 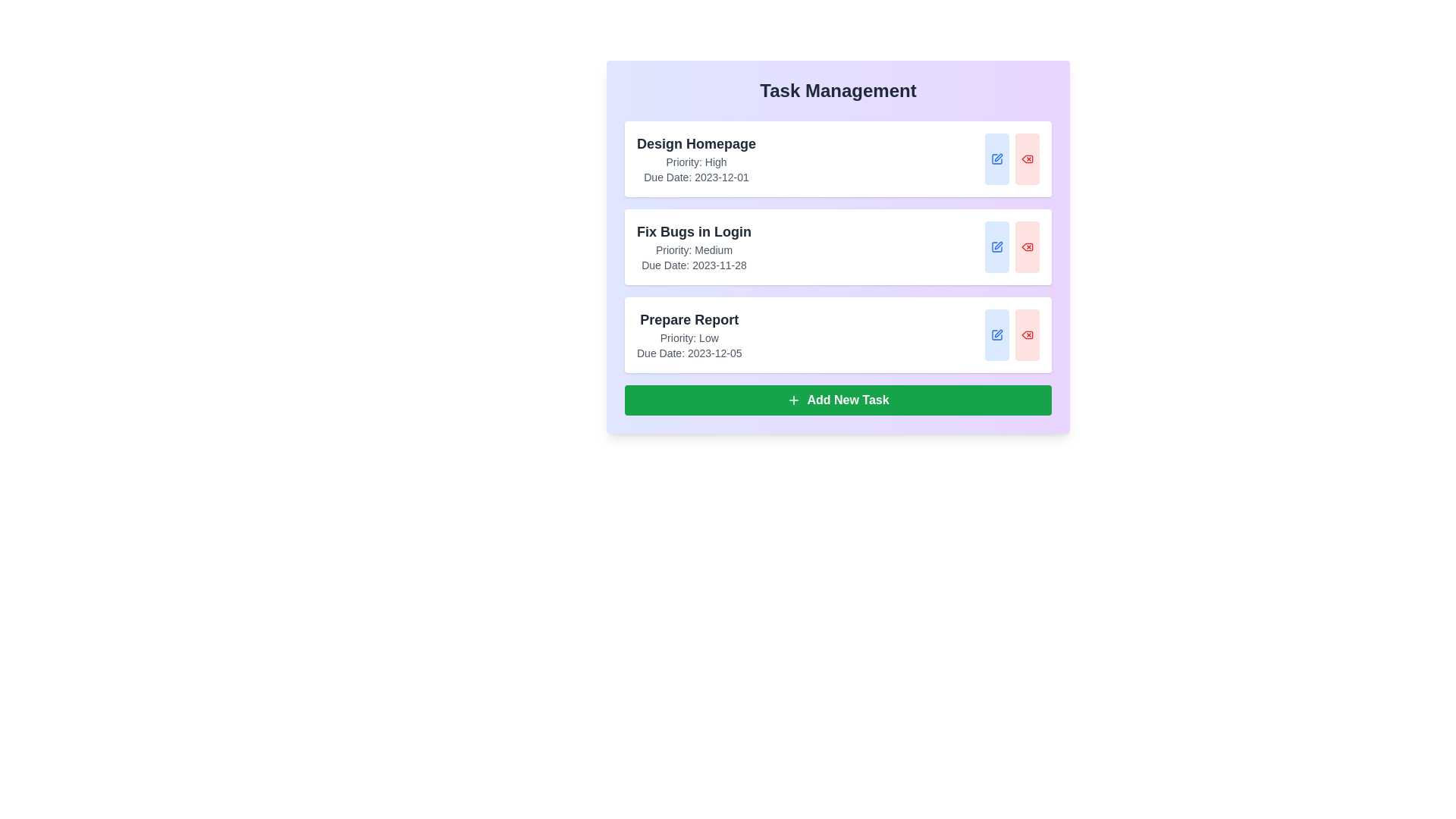 I want to click on edit button for the task titled 'Design Homepage', so click(x=997, y=158).